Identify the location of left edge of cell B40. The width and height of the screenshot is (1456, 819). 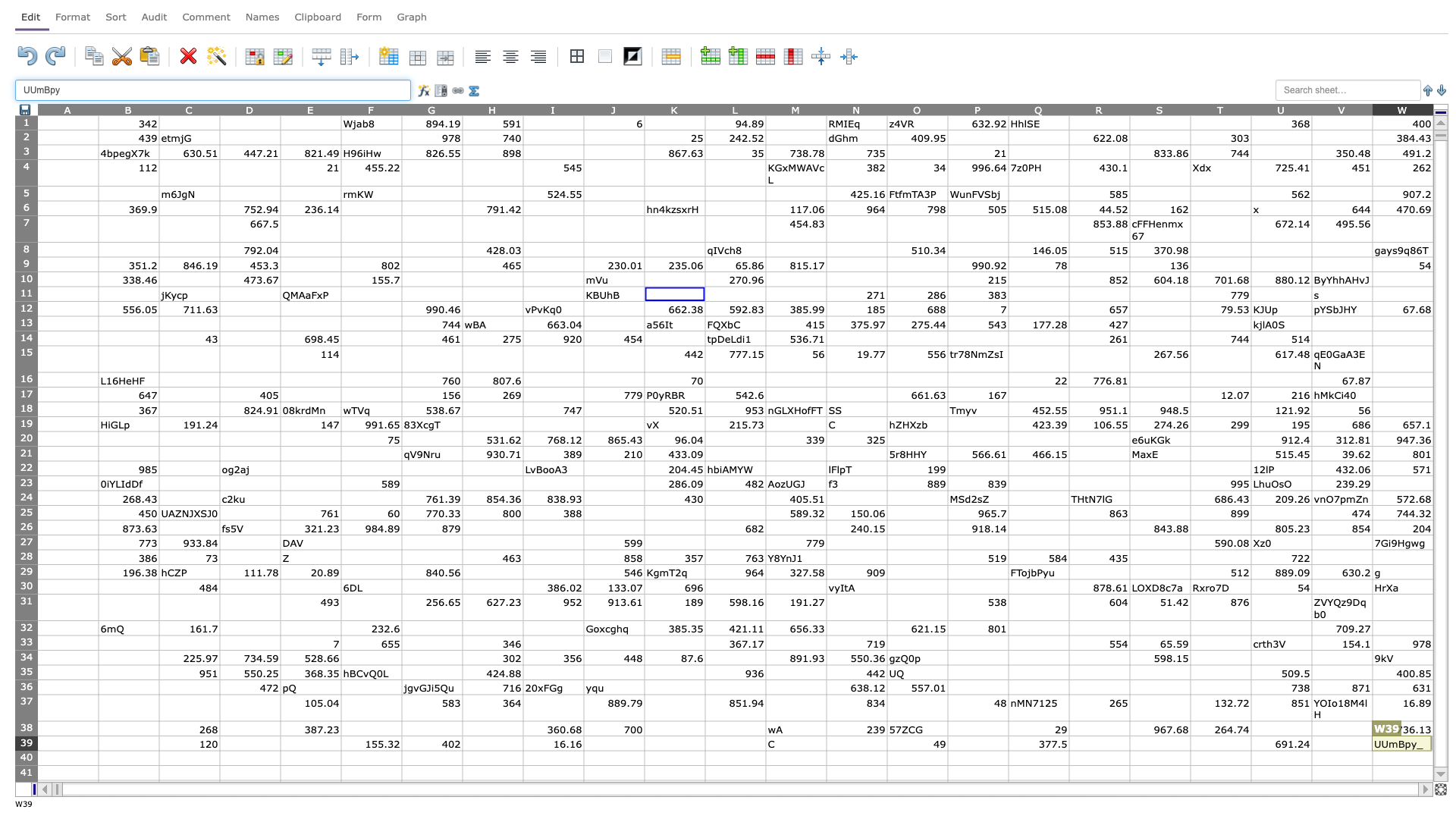
(97, 758).